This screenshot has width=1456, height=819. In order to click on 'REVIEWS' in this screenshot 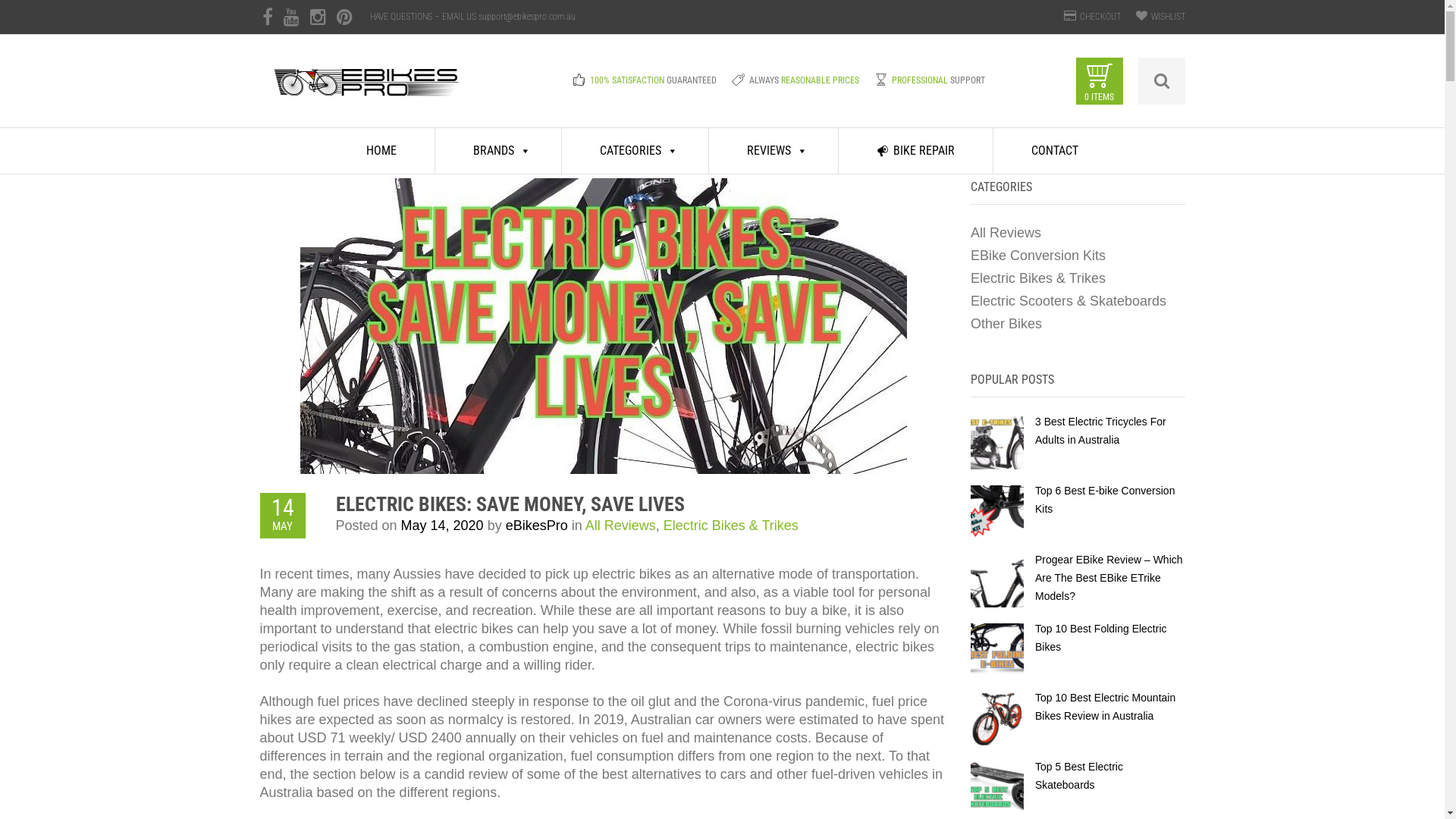, I will do `click(773, 151)`.